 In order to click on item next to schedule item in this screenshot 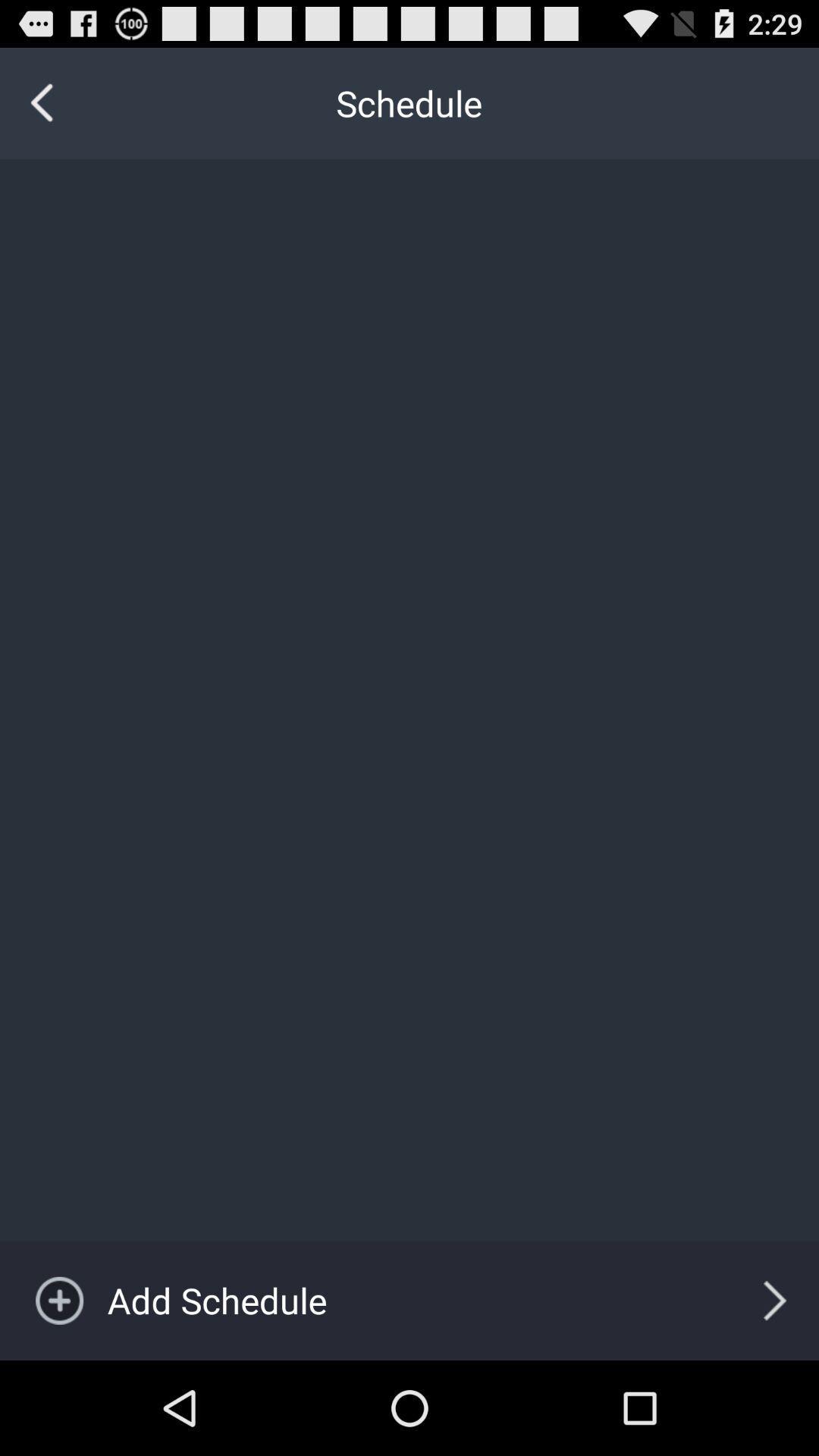, I will do `click(42, 102)`.